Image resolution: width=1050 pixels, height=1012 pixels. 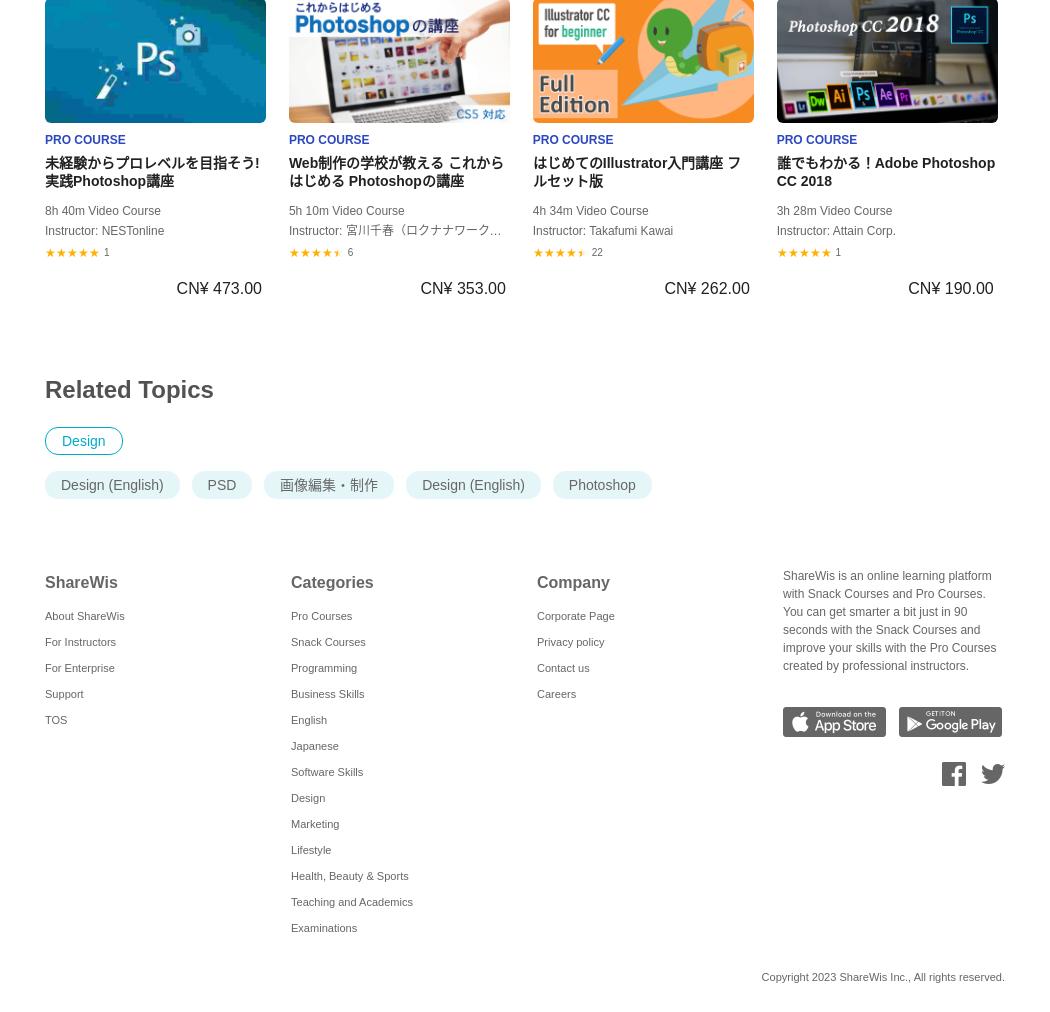 I want to click on 'Programming', so click(x=324, y=668).